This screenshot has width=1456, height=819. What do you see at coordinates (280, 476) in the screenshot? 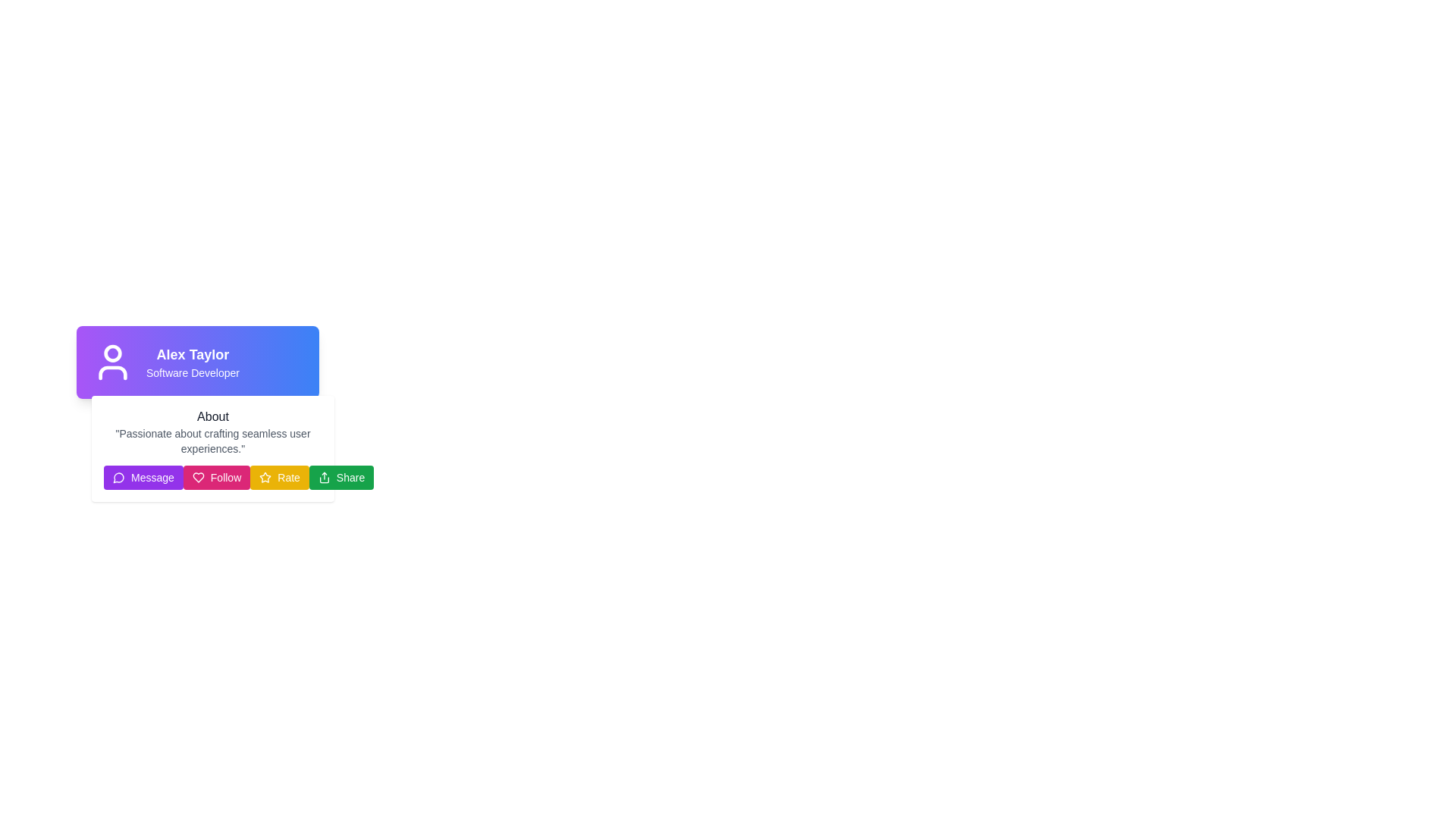
I see `the rating button located centrally below the 'About' section, which is the third button in a row of four buttons` at bounding box center [280, 476].